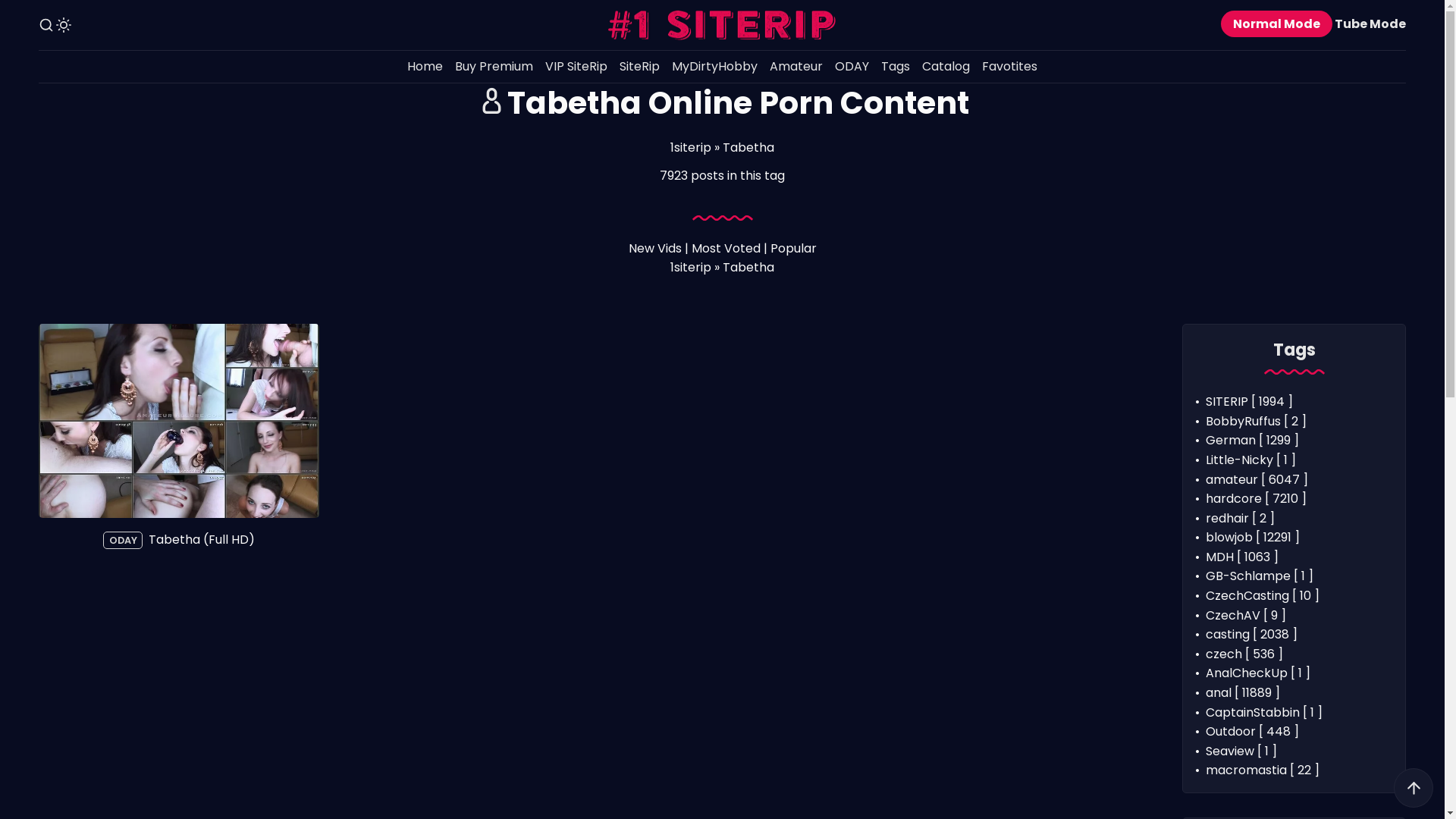  I want to click on 'Light Theme', so click(62, 25).